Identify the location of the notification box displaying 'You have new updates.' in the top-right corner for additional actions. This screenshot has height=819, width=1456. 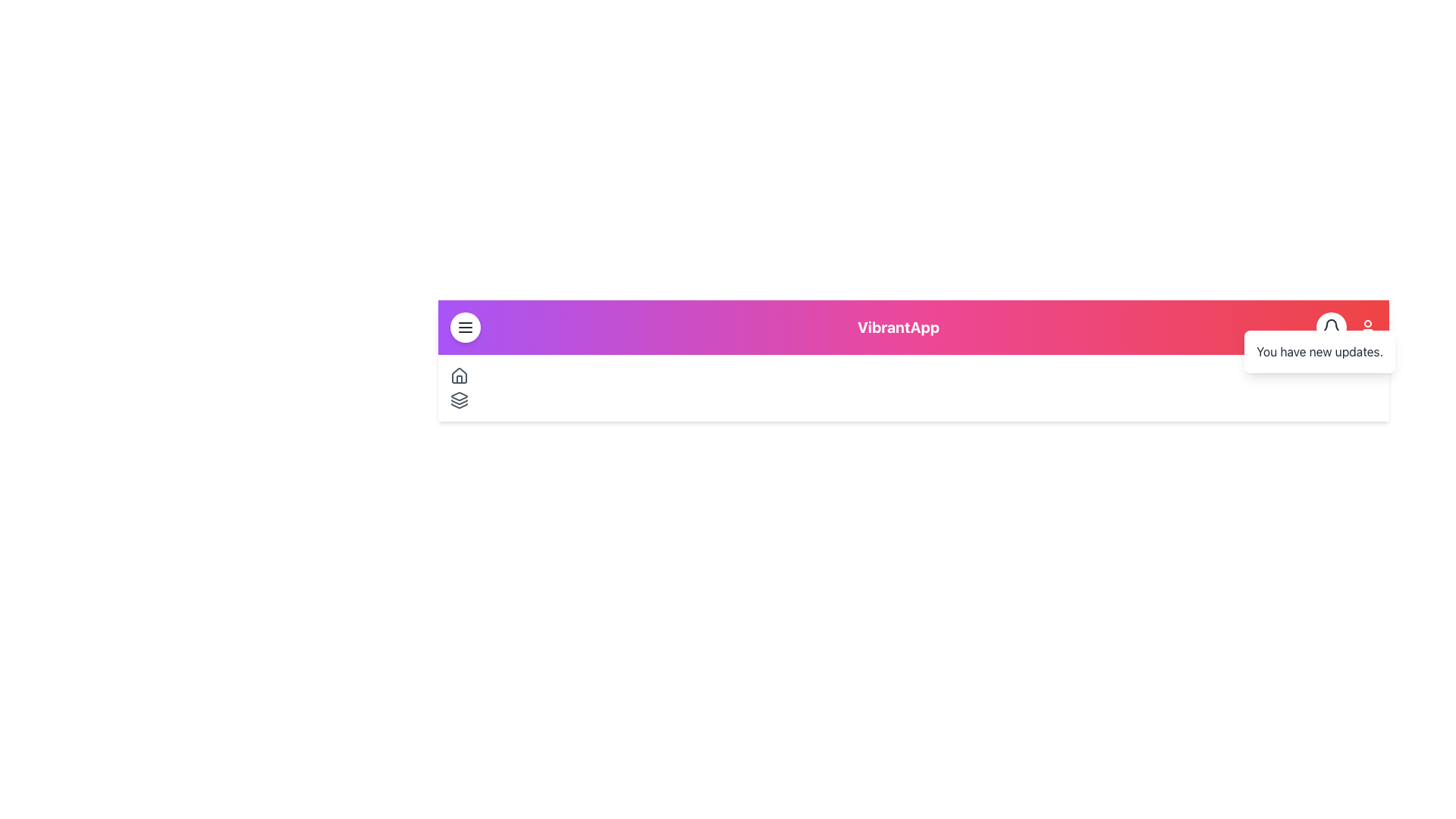
(1319, 351).